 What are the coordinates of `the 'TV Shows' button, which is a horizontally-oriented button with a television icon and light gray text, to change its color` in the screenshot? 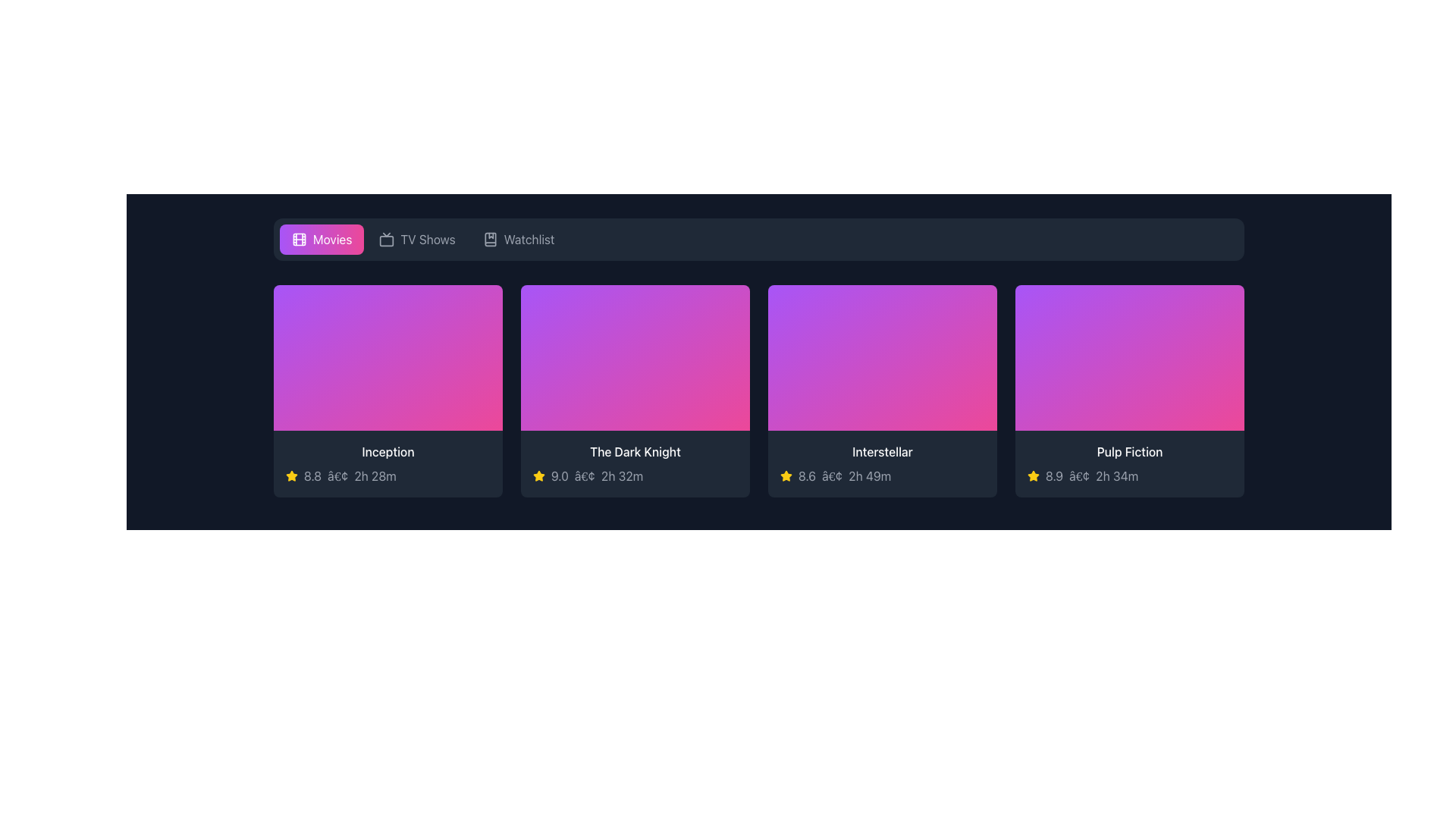 It's located at (417, 239).